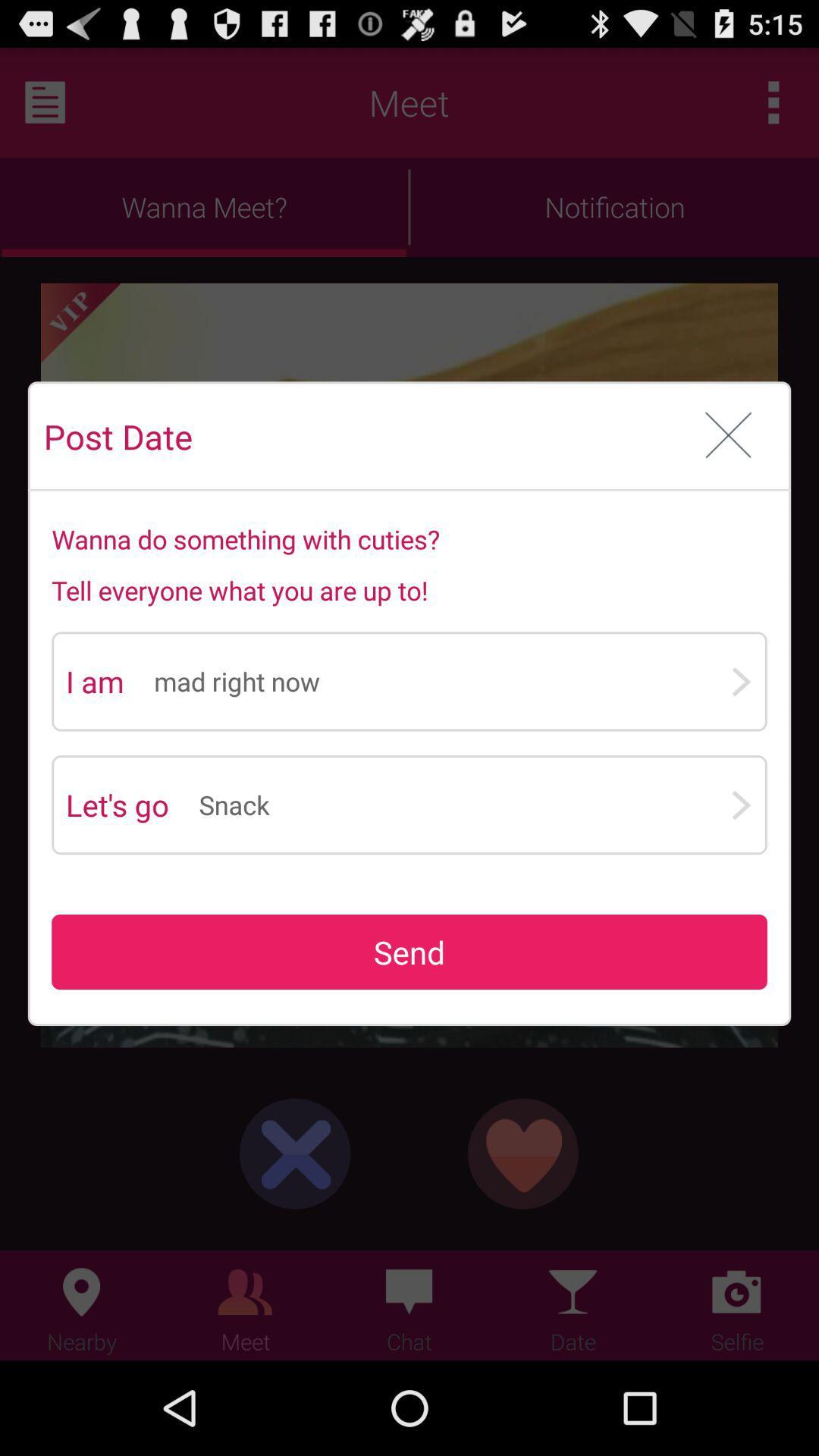 Image resolution: width=819 pixels, height=1456 pixels. Describe the element at coordinates (728, 435) in the screenshot. I see `icon at the top right corner` at that location.